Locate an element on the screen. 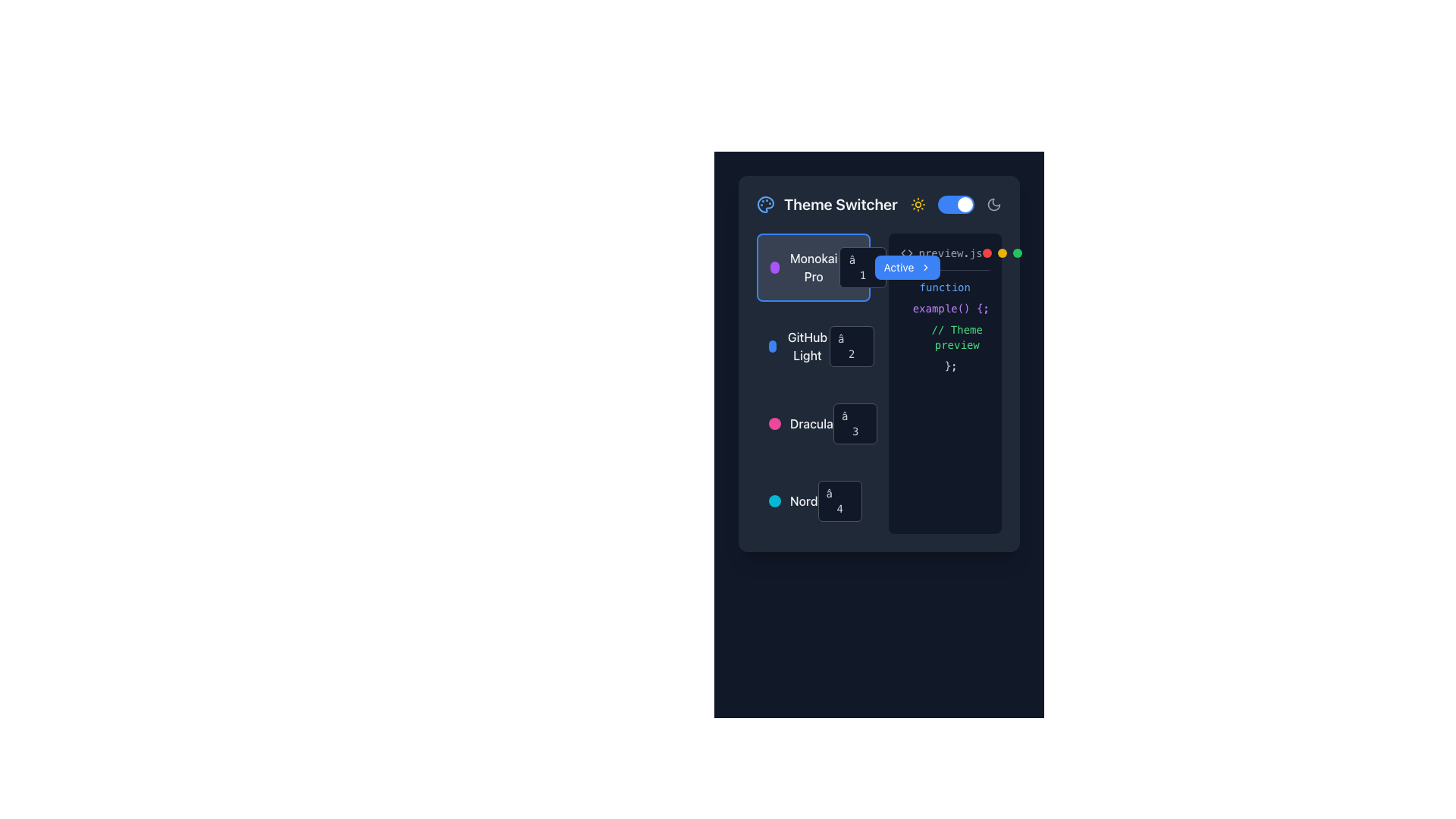 The width and height of the screenshot is (1456, 819). the text label 'Monokai Pro' which is styled with a medium font weight and is part of a selection group alongside a purple circular indicator to associate it with its theme group is located at coordinates (813, 267).